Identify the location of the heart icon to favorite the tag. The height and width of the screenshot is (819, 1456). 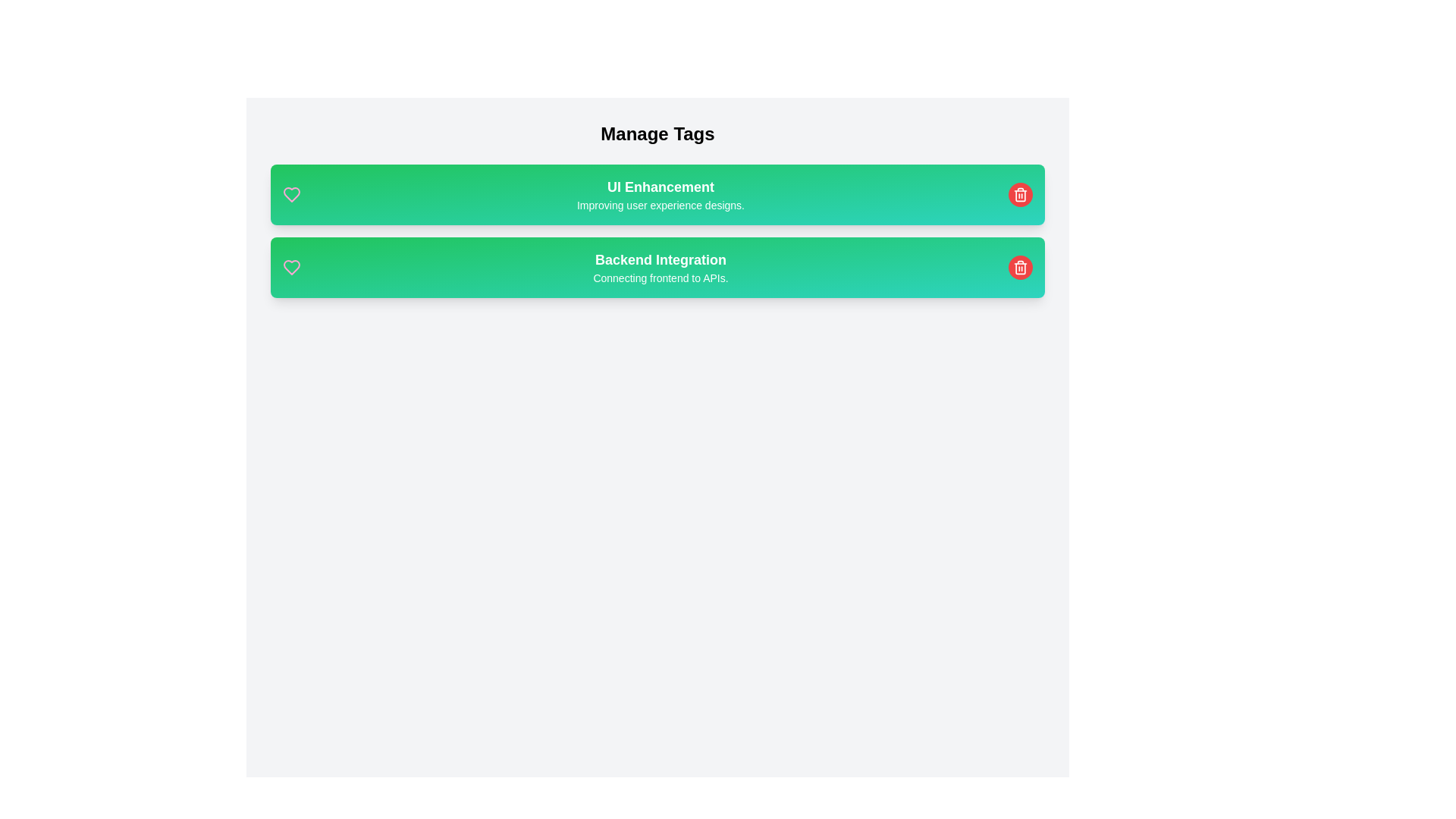
(291, 194).